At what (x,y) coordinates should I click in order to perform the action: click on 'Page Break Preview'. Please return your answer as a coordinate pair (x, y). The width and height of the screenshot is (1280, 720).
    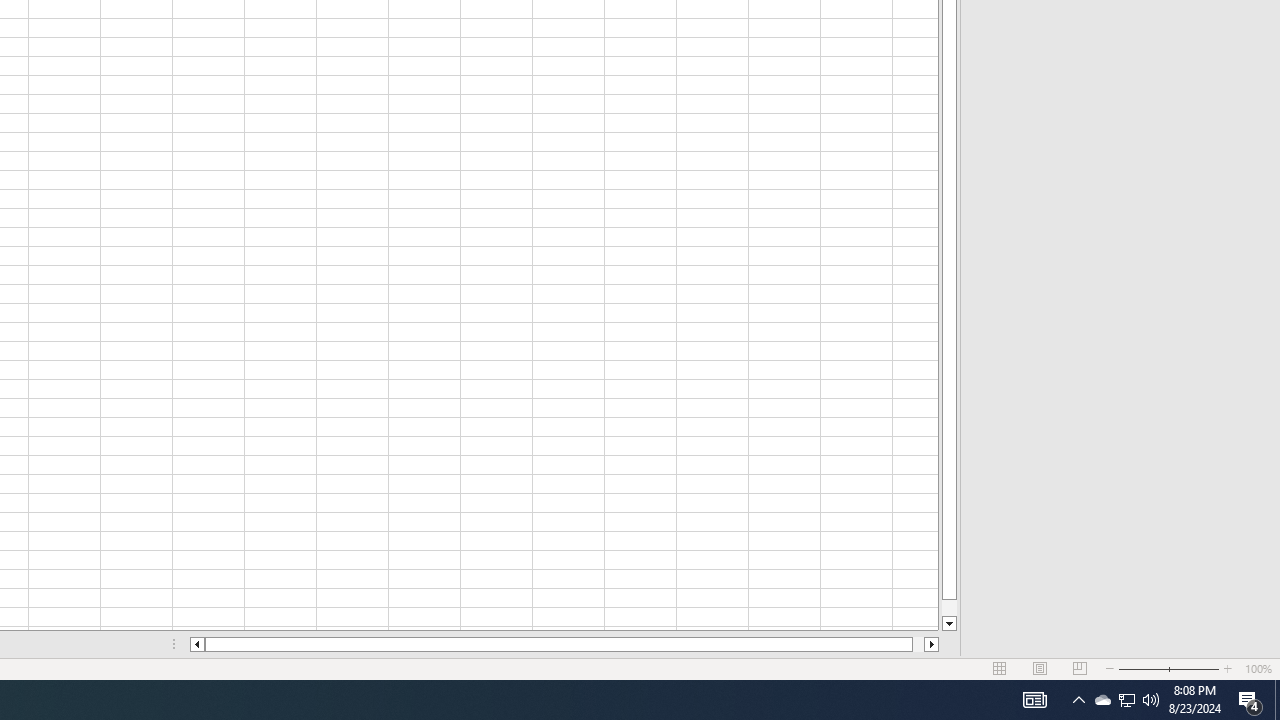
    Looking at the image, I should click on (1078, 669).